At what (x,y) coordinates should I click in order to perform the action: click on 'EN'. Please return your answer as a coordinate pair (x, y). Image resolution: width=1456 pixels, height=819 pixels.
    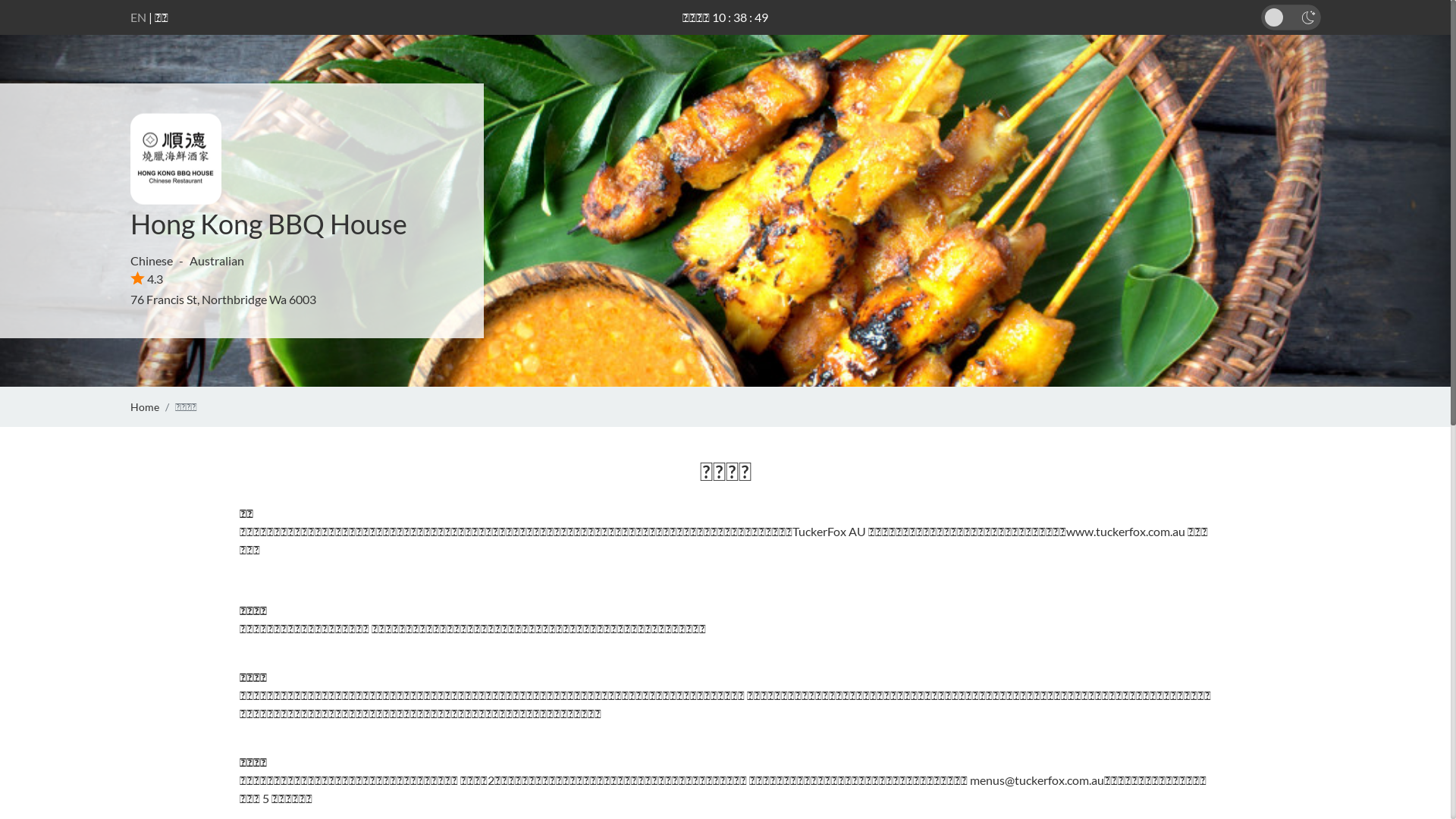
    Looking at the image, I should click on (130, 17).